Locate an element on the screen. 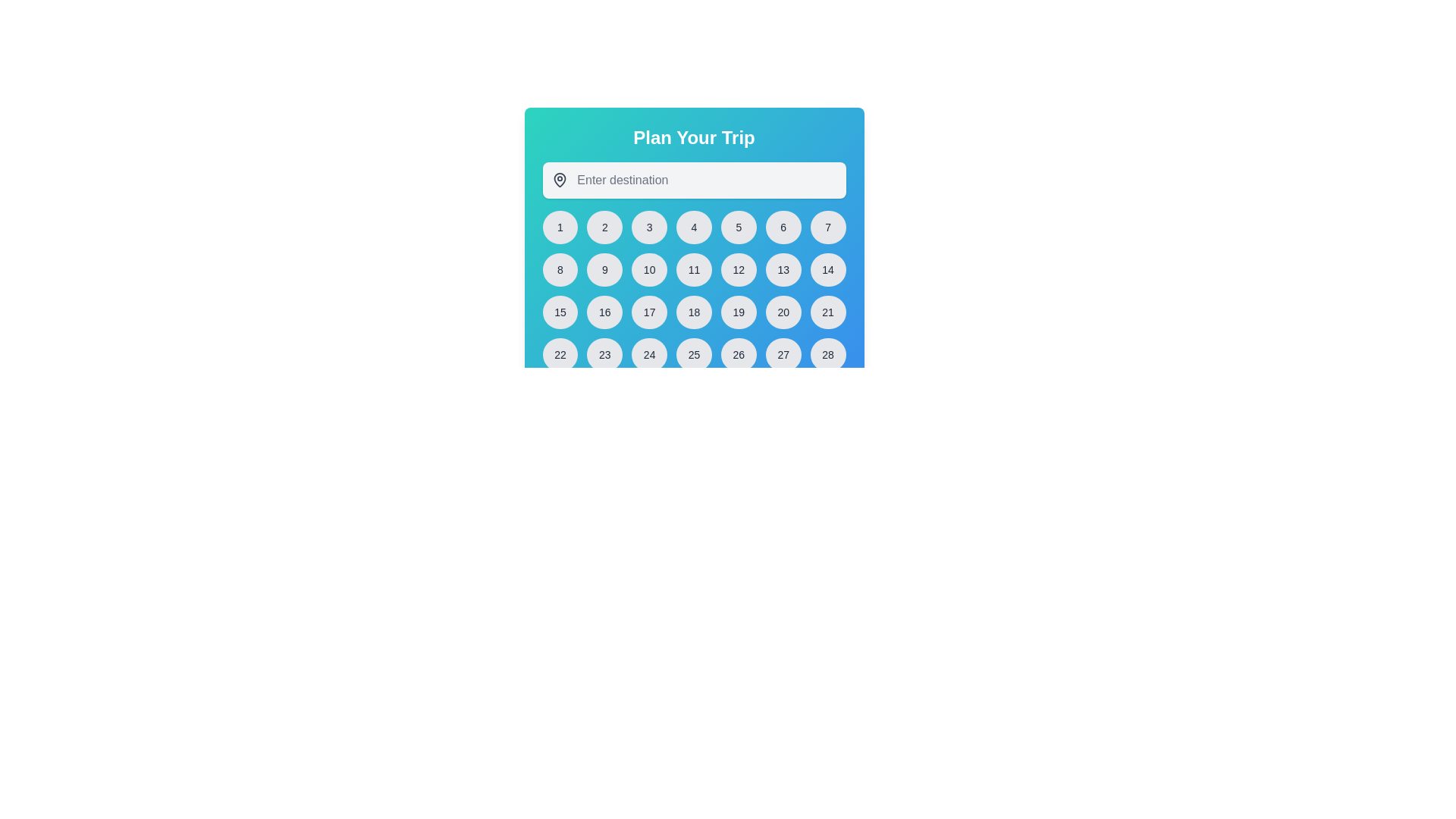 Image resolution: width=1456 pixels, height=819 pixels. the button located in the fifth column of the third row of a grid-based layout is located at coordinates (739, 312).